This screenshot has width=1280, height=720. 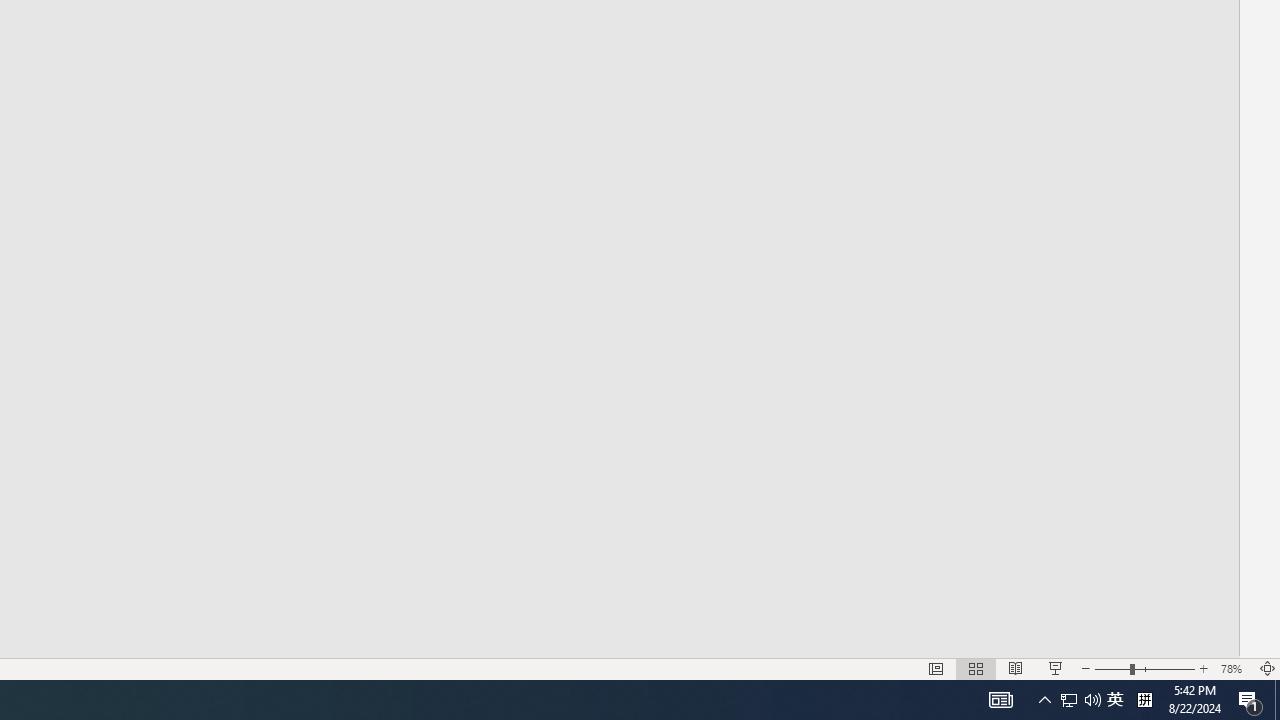 What do you see at coordinates (1233, 669) in the screenshot?
I see `'Zoom 78%'` at bounding box center [1233, 669].